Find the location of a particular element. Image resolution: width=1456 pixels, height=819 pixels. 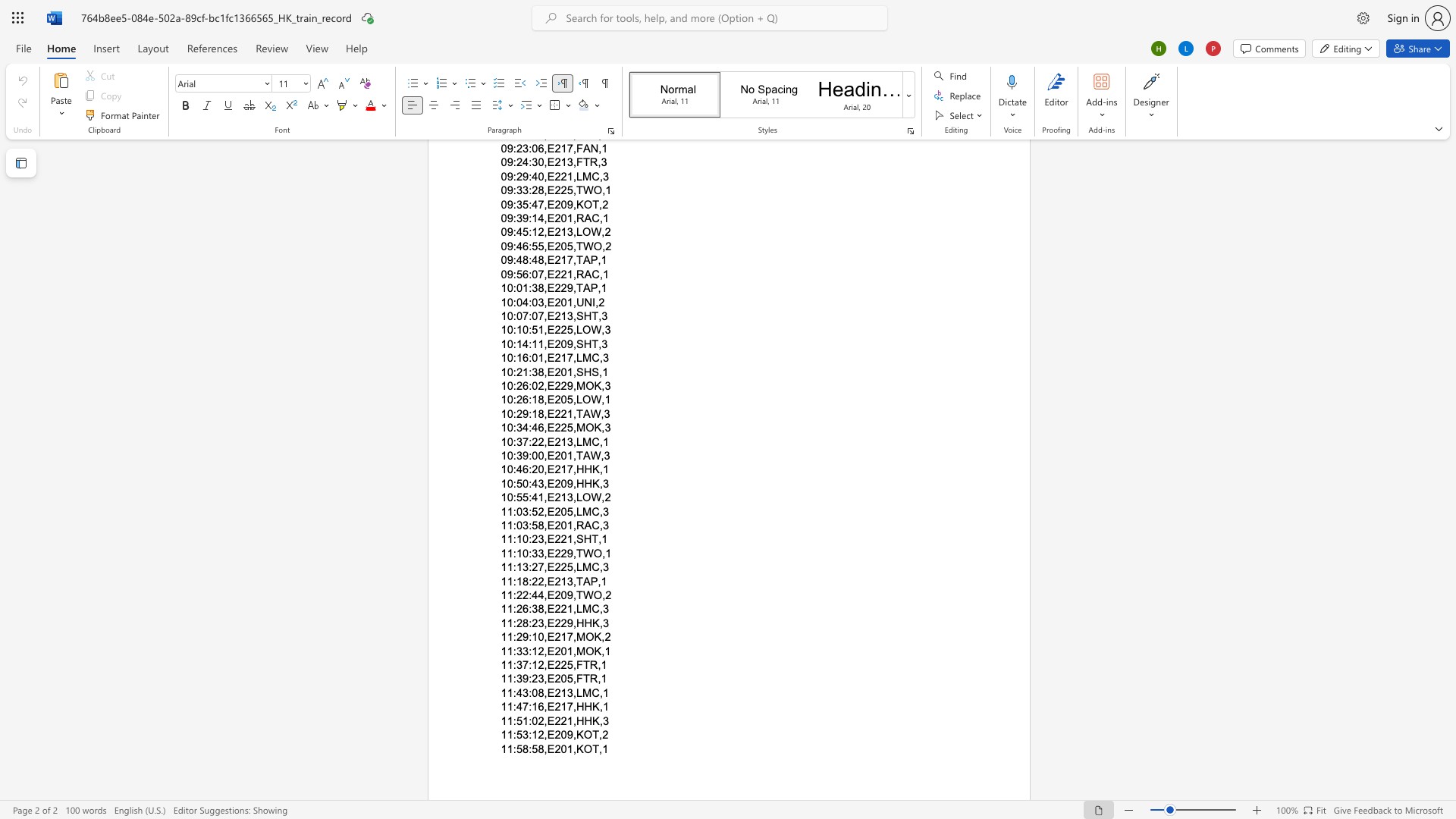

the subset text ",E" within the text "11:03:52,E205,LMC,3" is located at coordinates (544, 511).